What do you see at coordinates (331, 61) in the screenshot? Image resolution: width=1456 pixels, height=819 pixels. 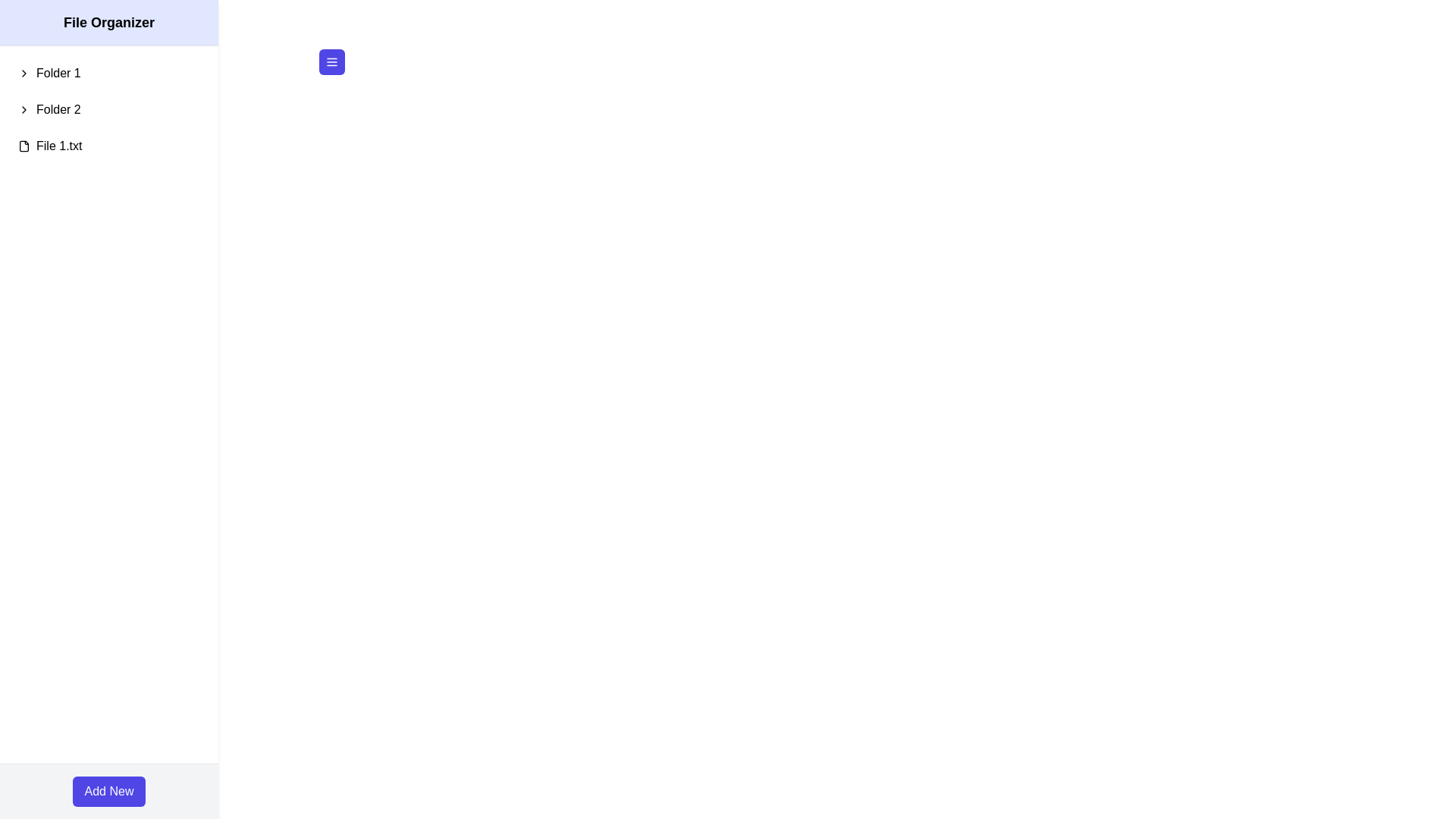 I see `the button located below the 'File Organizer' header` at bounding box center [331, 61].